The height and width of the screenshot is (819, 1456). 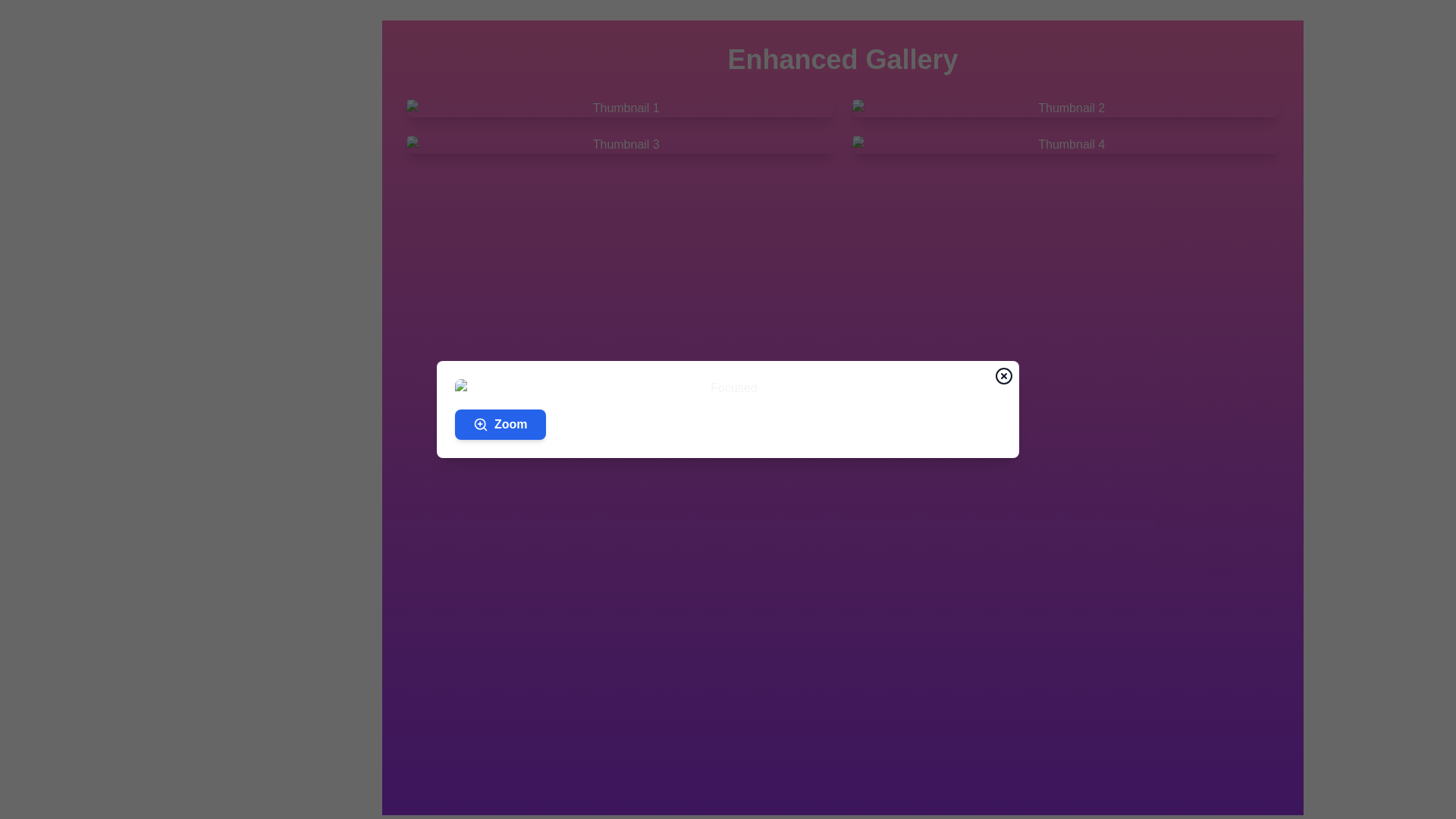 I want to click on the magnifying glass icon that contains the circular SVG element for zoom-in functionality, so click(x=479, y=424).